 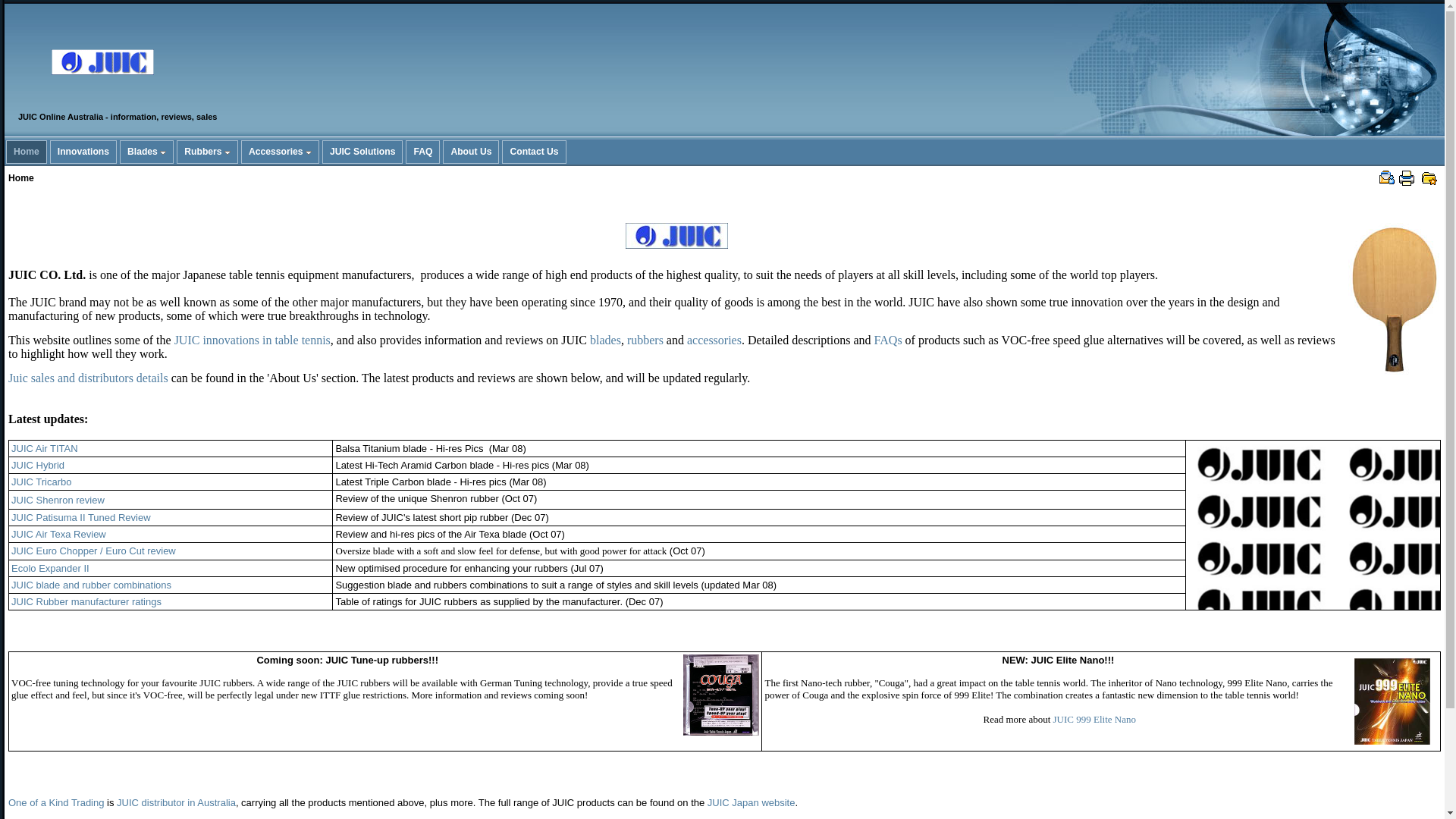 What do you see at coordinates (50, 568) in the screenshot?
I see `'Ecolo Expander II'` at bounding box center [50, 568].